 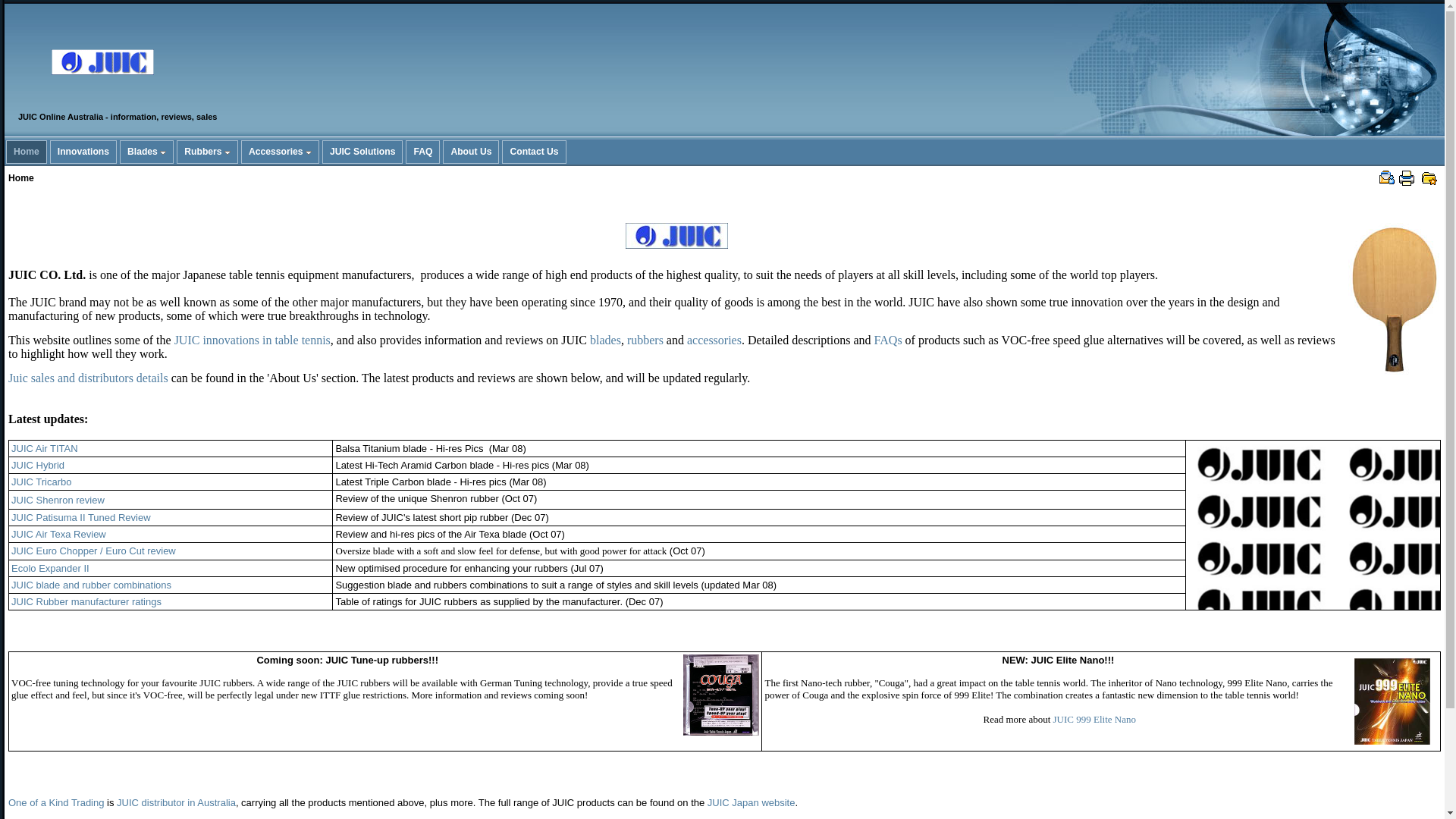 What do you see at coordinates (50, 568) in the screenshot?
I see `'Ecolo Expander II'` at bounding box center [50, 568].